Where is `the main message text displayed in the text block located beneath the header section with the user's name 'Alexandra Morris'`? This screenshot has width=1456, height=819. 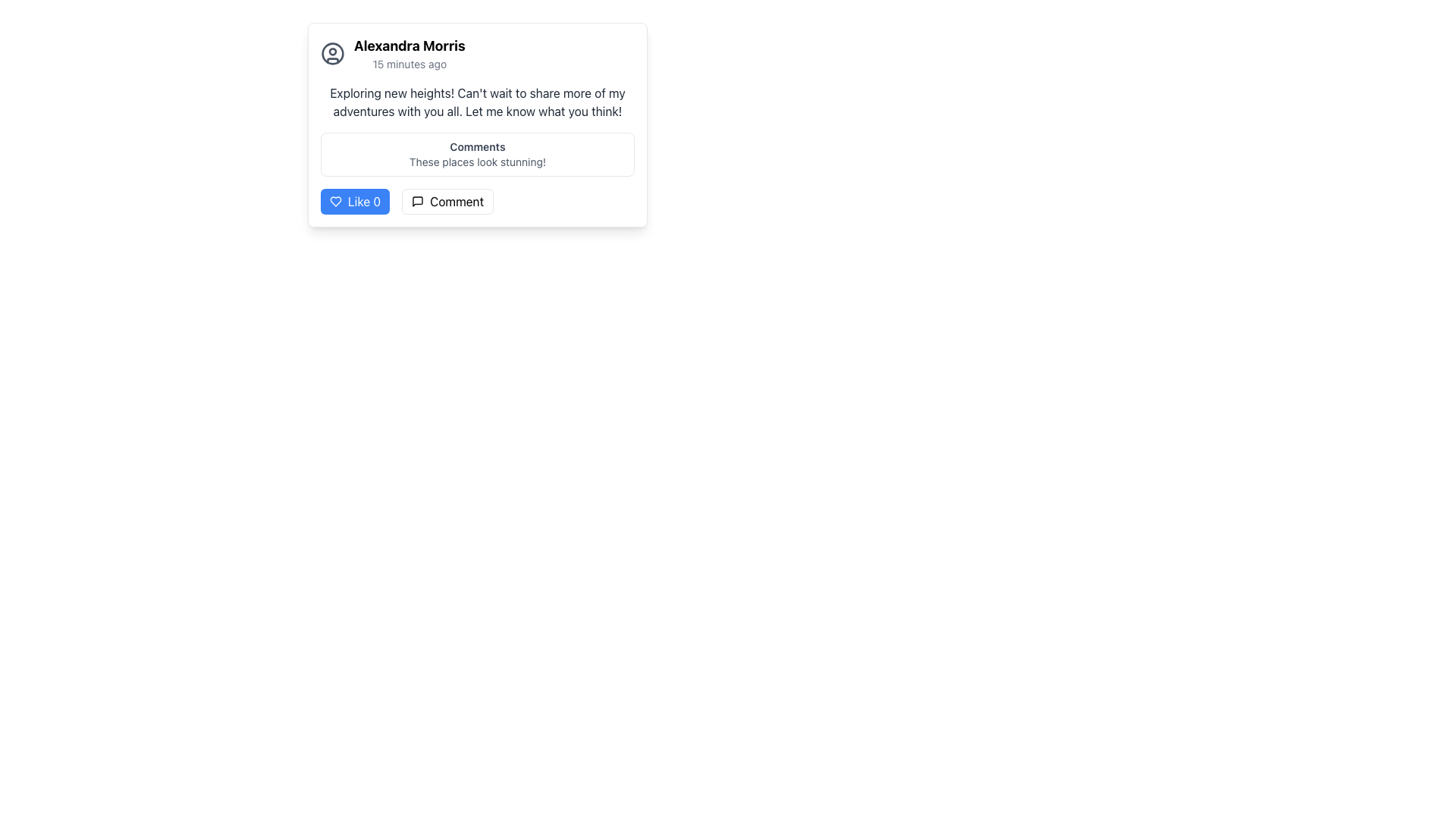
the main message text displayed in the text block located beneath the header section with the user's name 'Alexandra Morris' is located at coordinates (476, 102).